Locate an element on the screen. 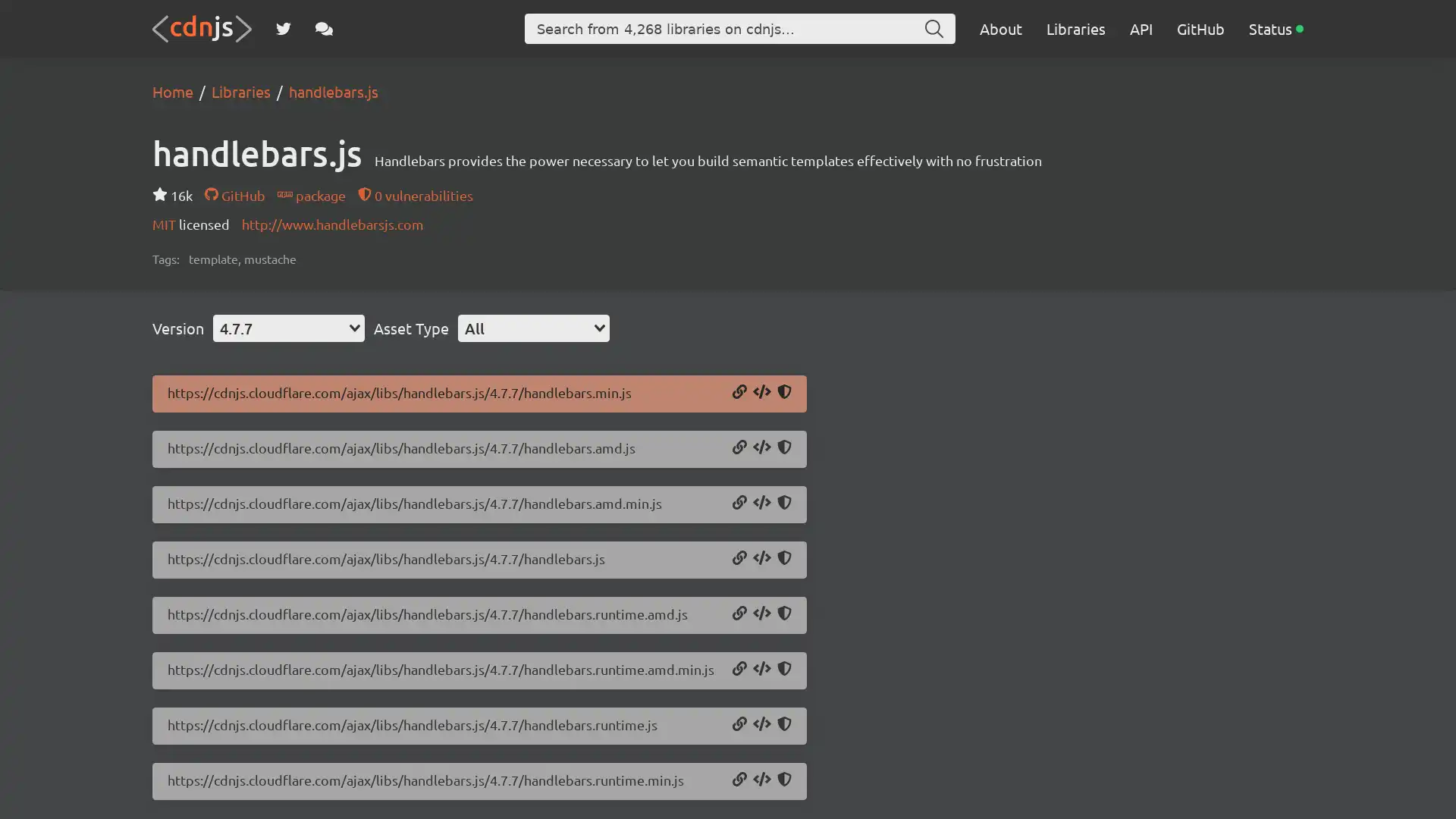 The image size is (1456, 819). Copy URL is located at coordinates (739, 504).